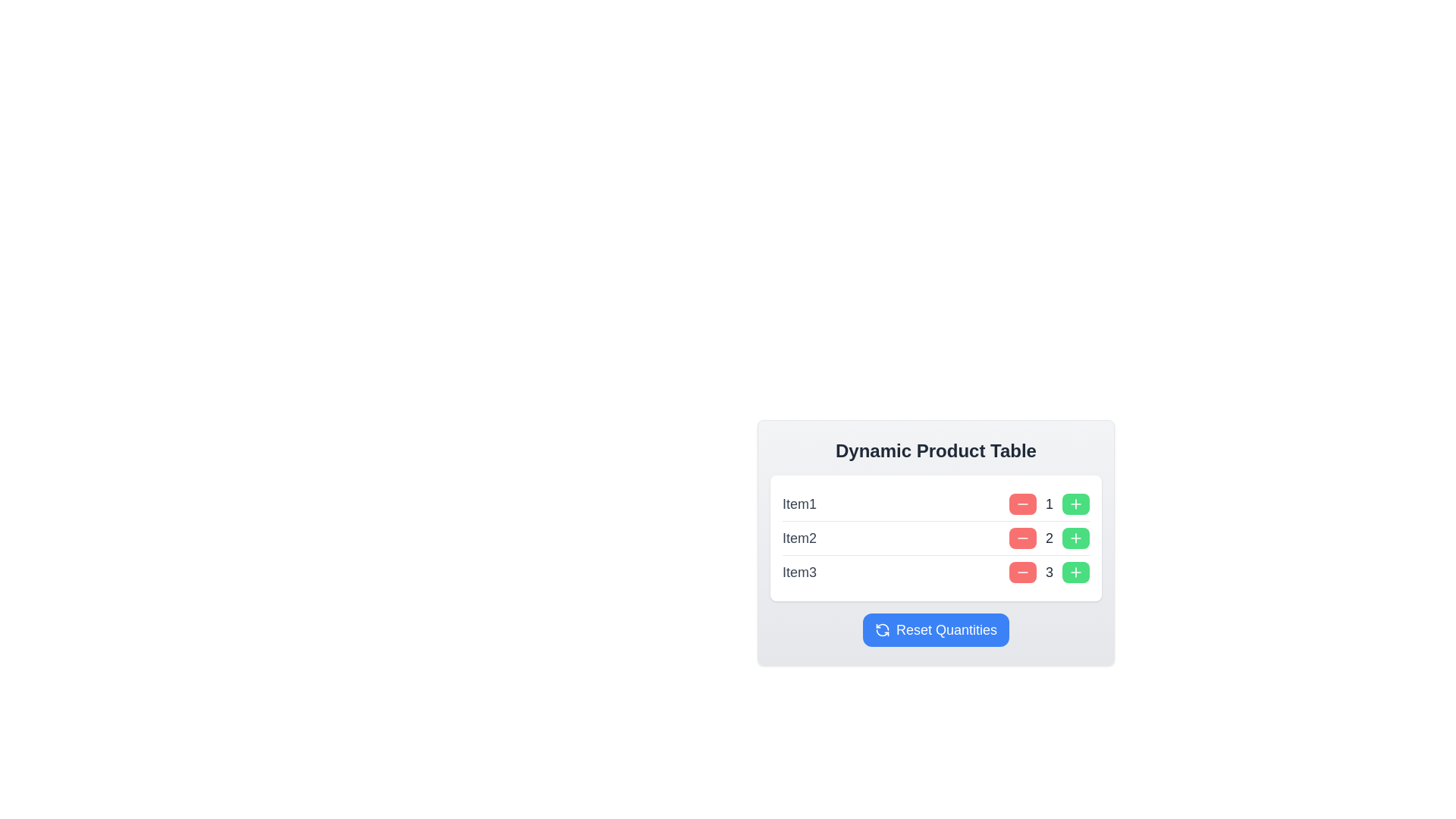 The image size is (1456, 819). I want to click on the Decrement Button located in the third row of the Dynamic Product Table, positioned to the left of the numeric value '3' and to the right of the 'Item3' label, so click(1022, 573).